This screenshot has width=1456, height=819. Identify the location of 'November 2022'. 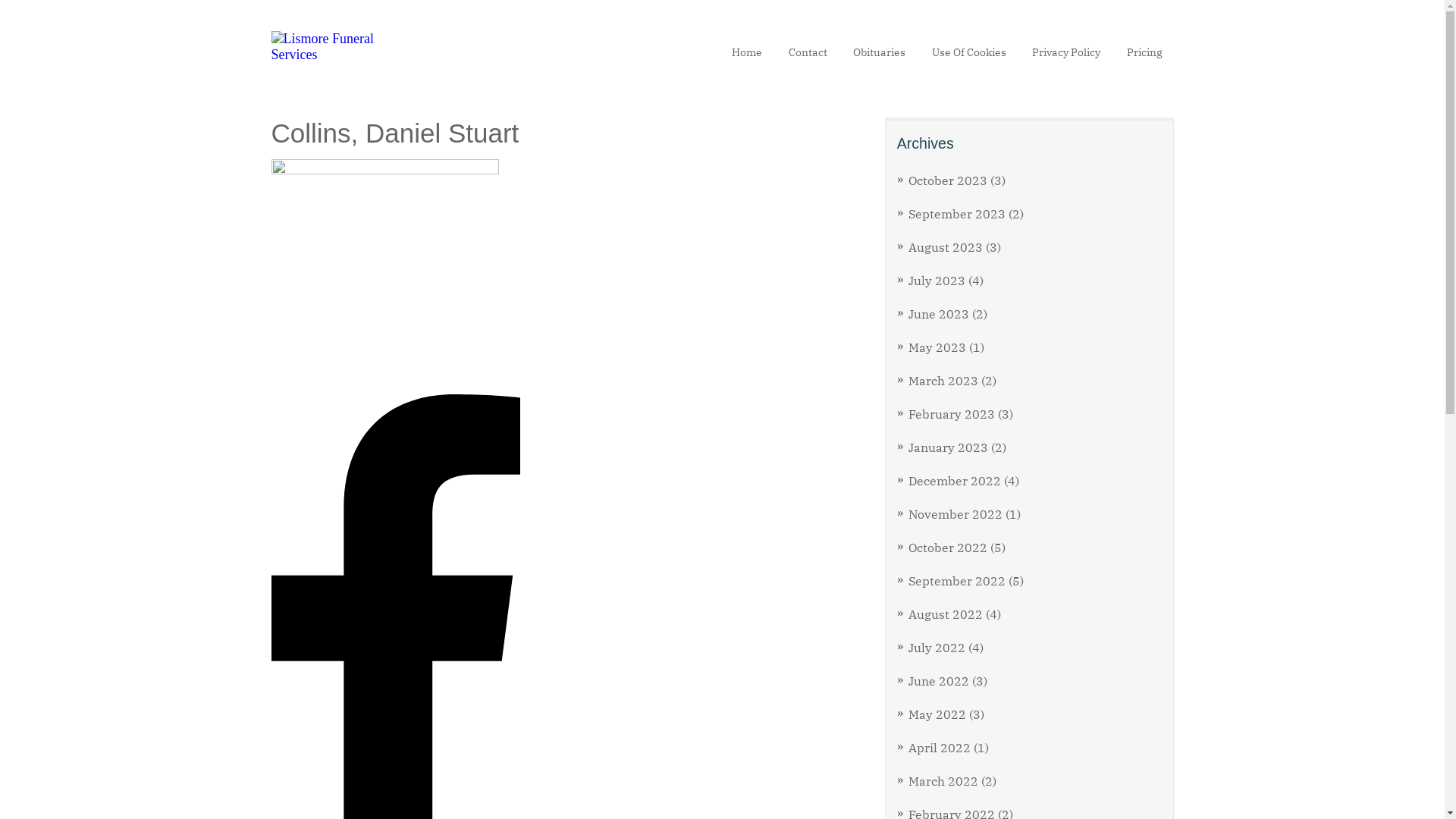
(908, 513).